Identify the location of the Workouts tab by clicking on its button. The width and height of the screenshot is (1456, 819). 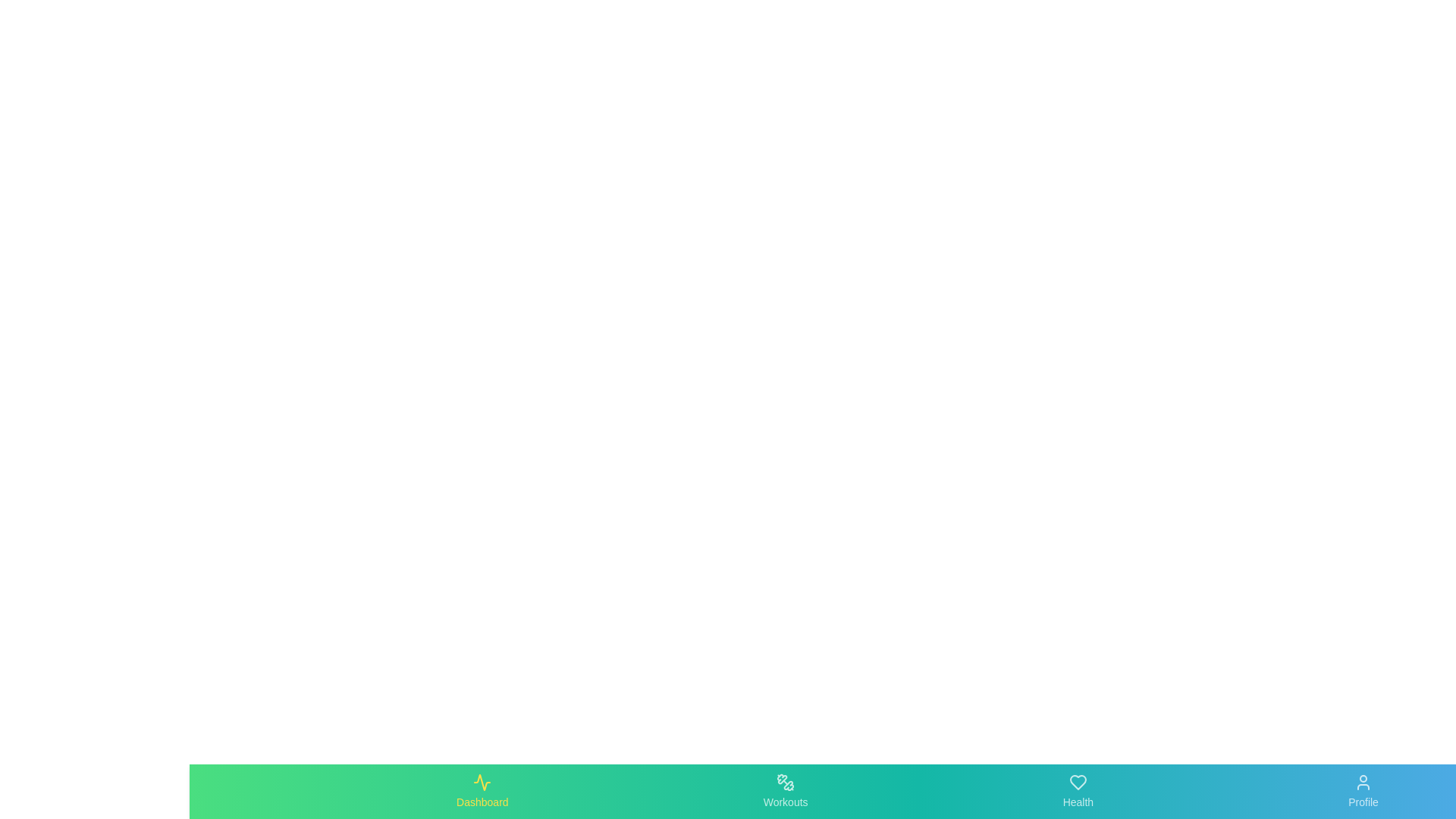
(786, 791).